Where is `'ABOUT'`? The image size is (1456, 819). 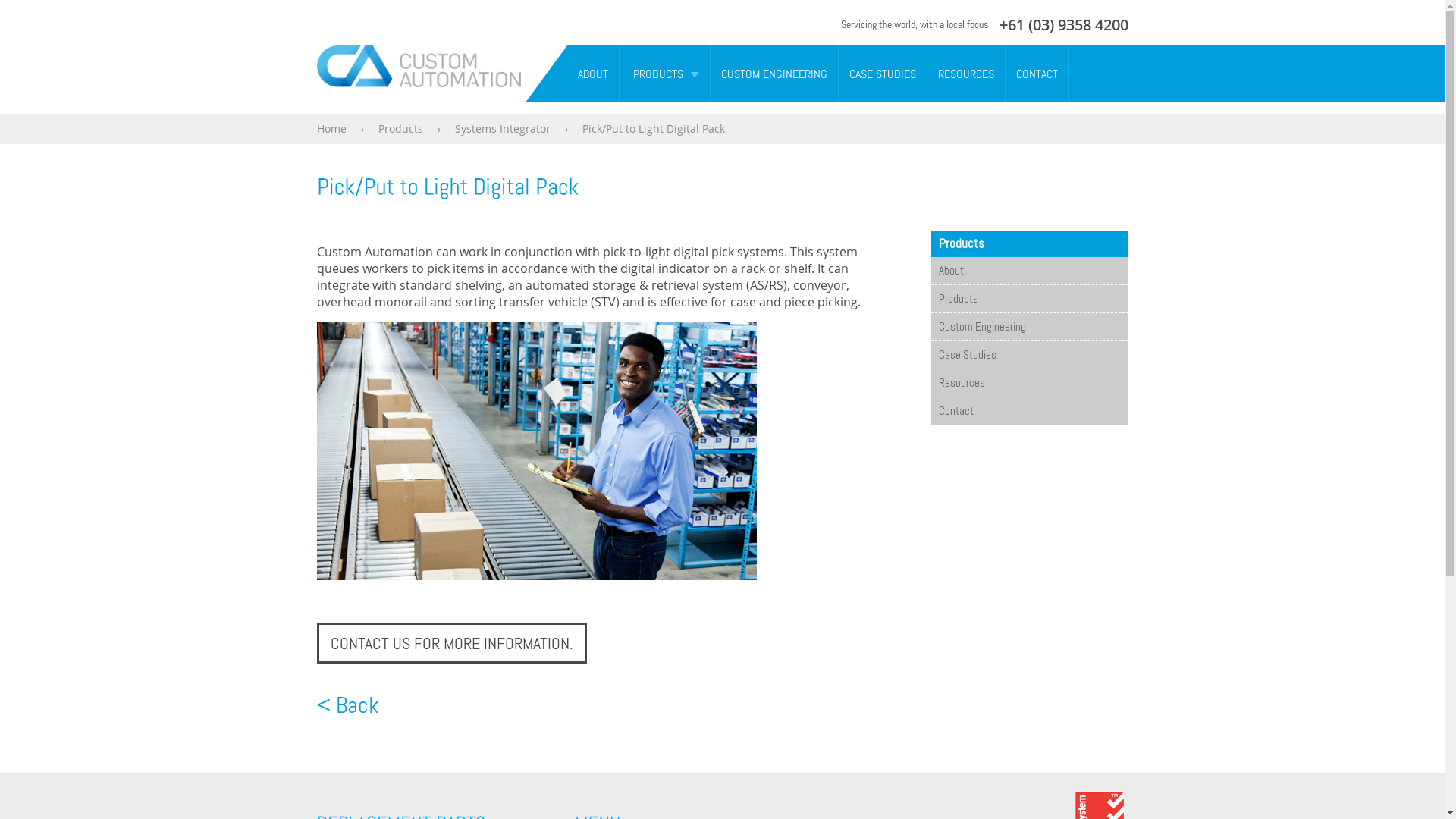
'ABOUT' is located at coordinates (566, 74).